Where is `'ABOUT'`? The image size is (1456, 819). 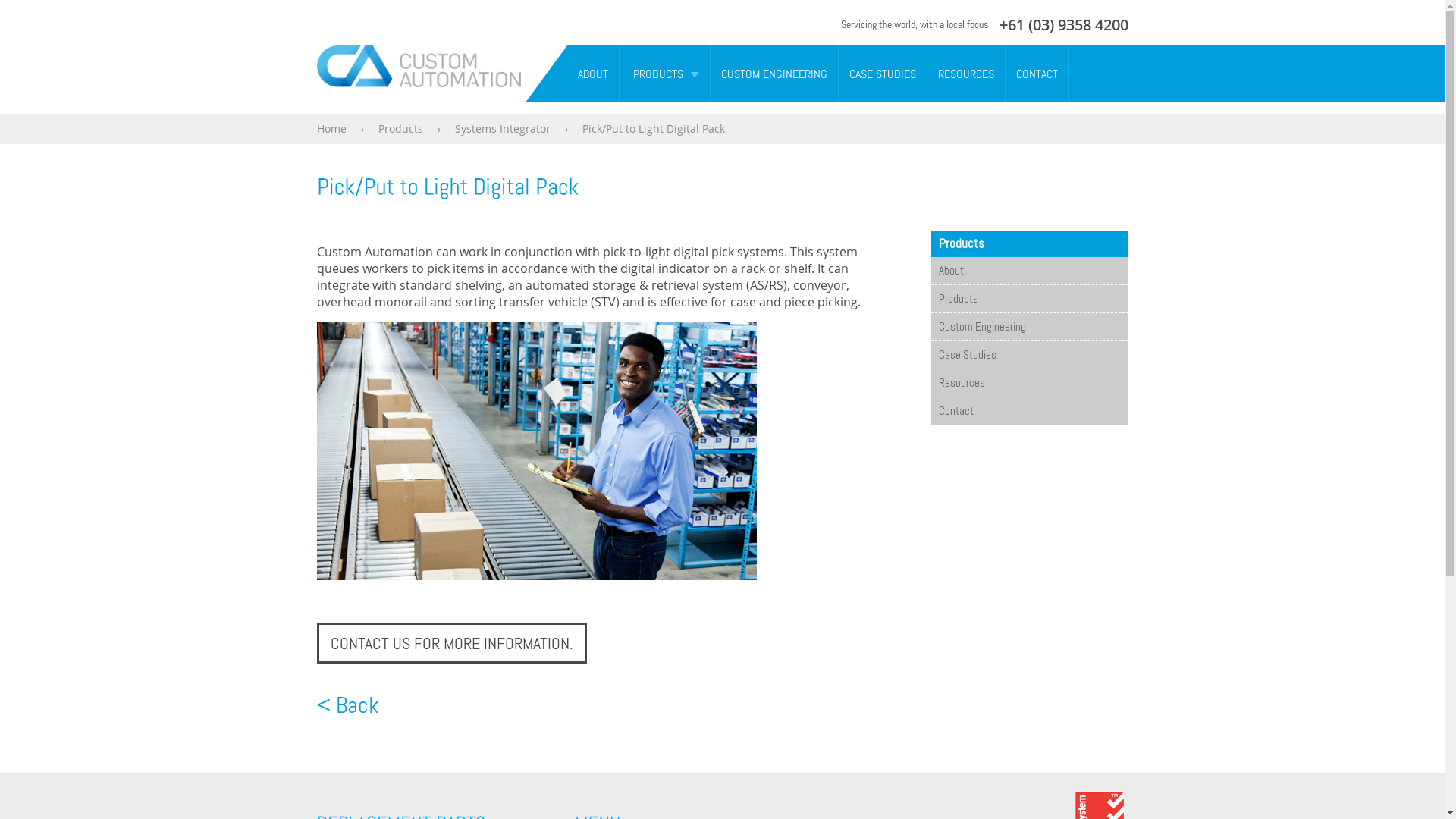
'ABOUT' is located at coordinates (566, 74).